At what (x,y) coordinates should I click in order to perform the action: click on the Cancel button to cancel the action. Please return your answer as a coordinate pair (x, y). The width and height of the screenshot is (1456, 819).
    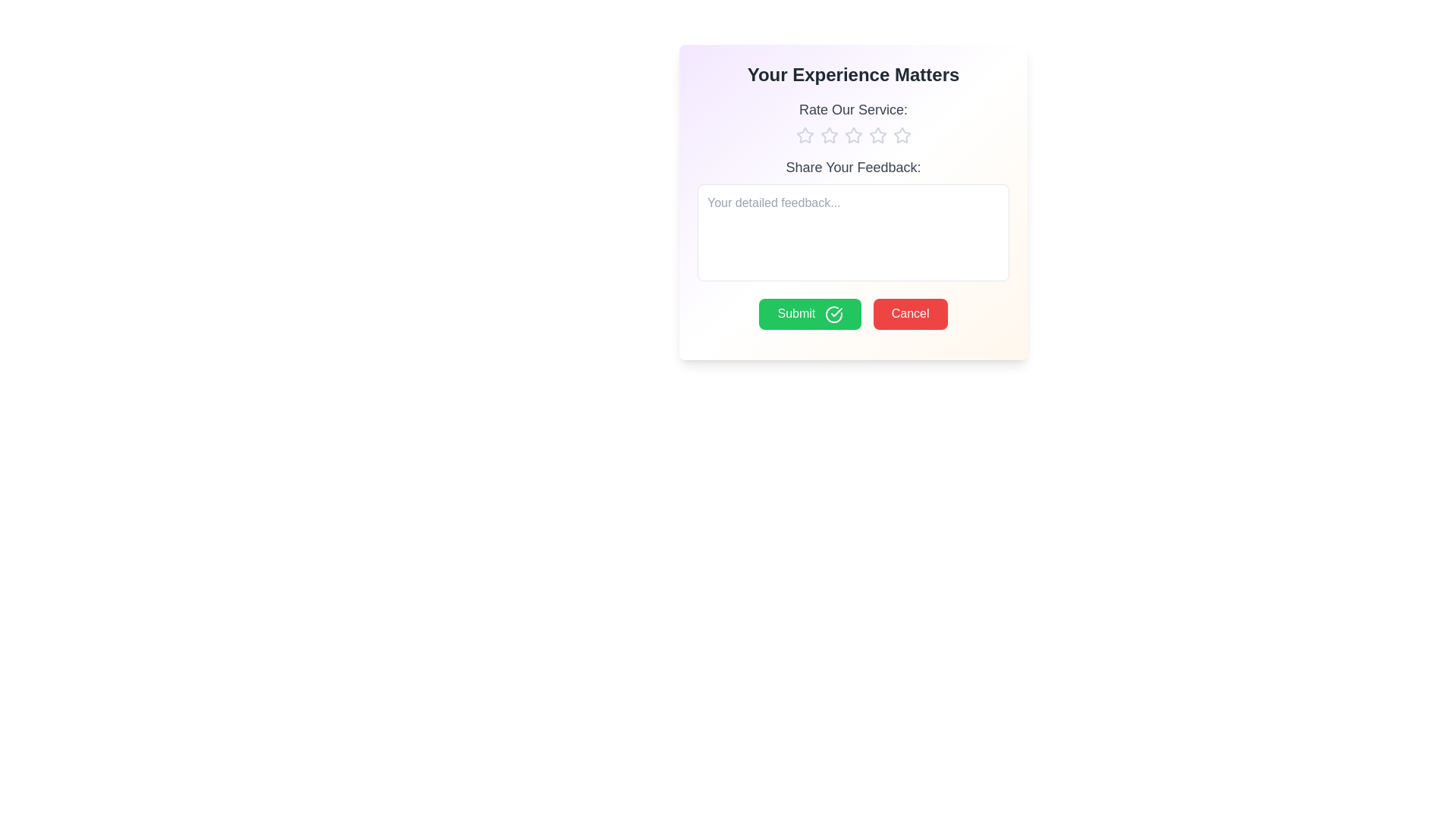
    Looking at the image, I should click on (910, 313).